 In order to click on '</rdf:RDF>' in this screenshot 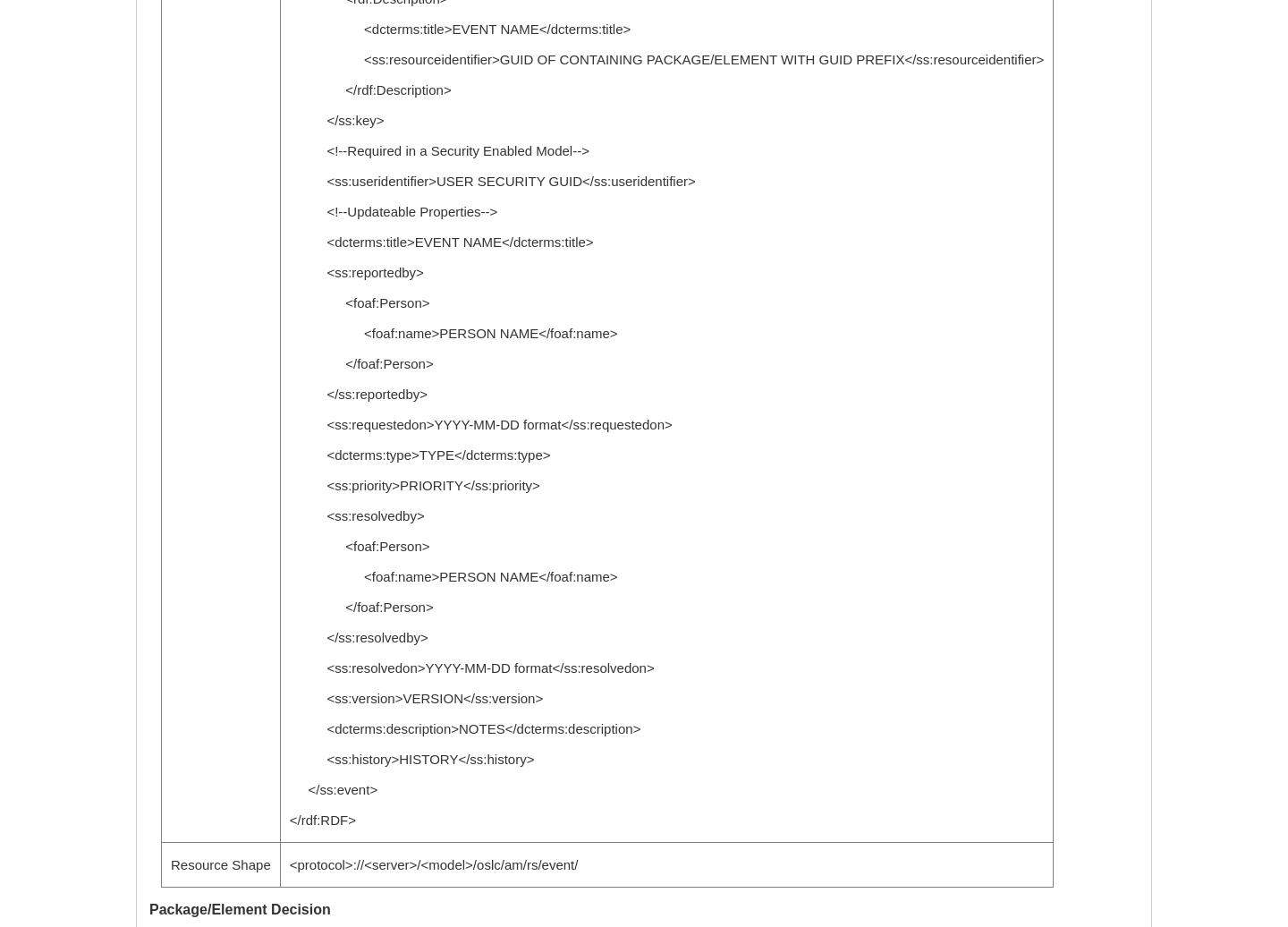, I will do `click(322, 820)`.